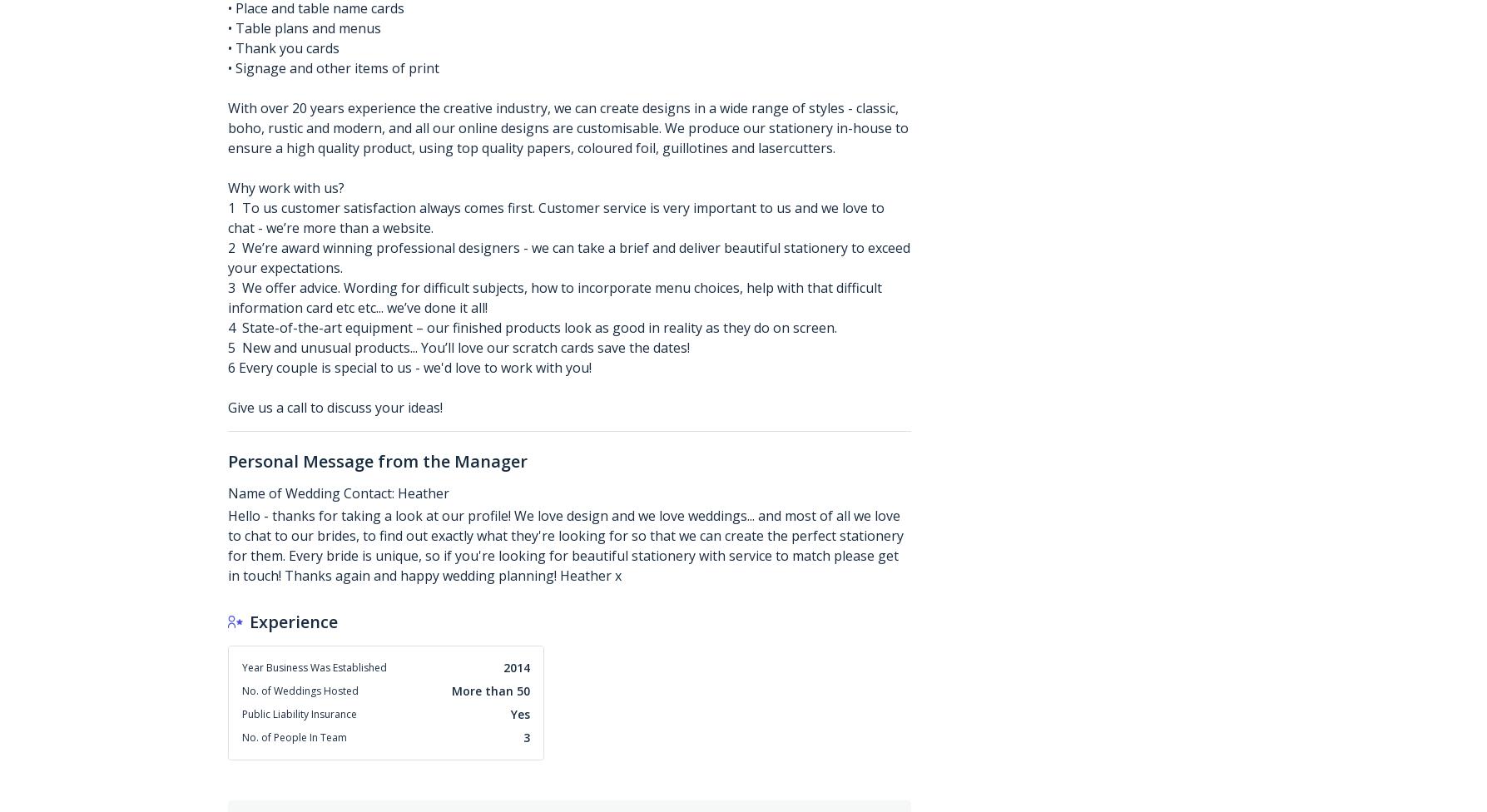  I want to click on '2014', so click(515, 666).